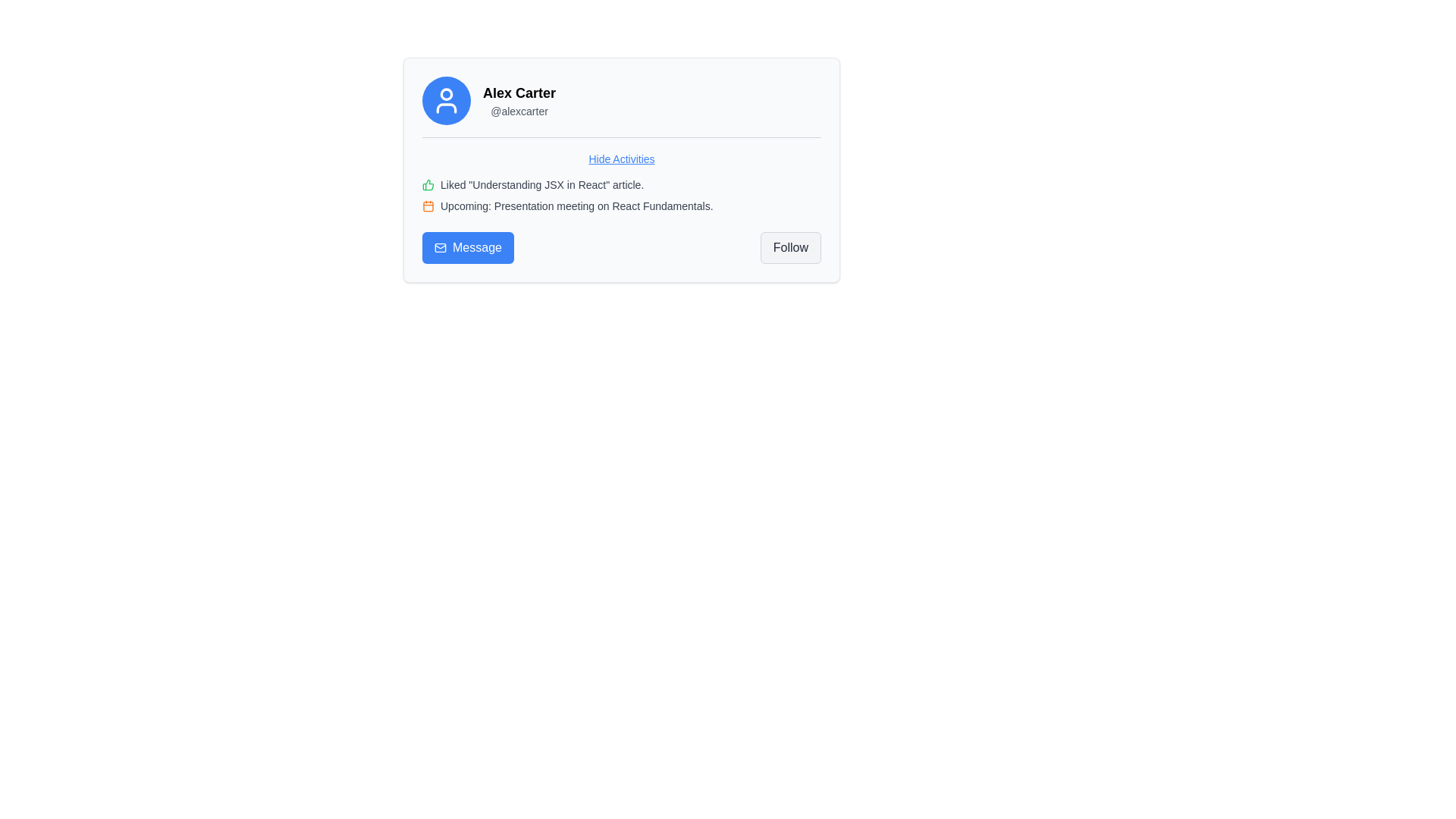 Image resolution: width=1456 pixels, height=819 pixels. Describe the element at coordinates (428, 206) in the screenshot. I see `the calendar event icon located to the left of the text 'Upcoming: Presentation meeting on React Fundamentals'` at that location.